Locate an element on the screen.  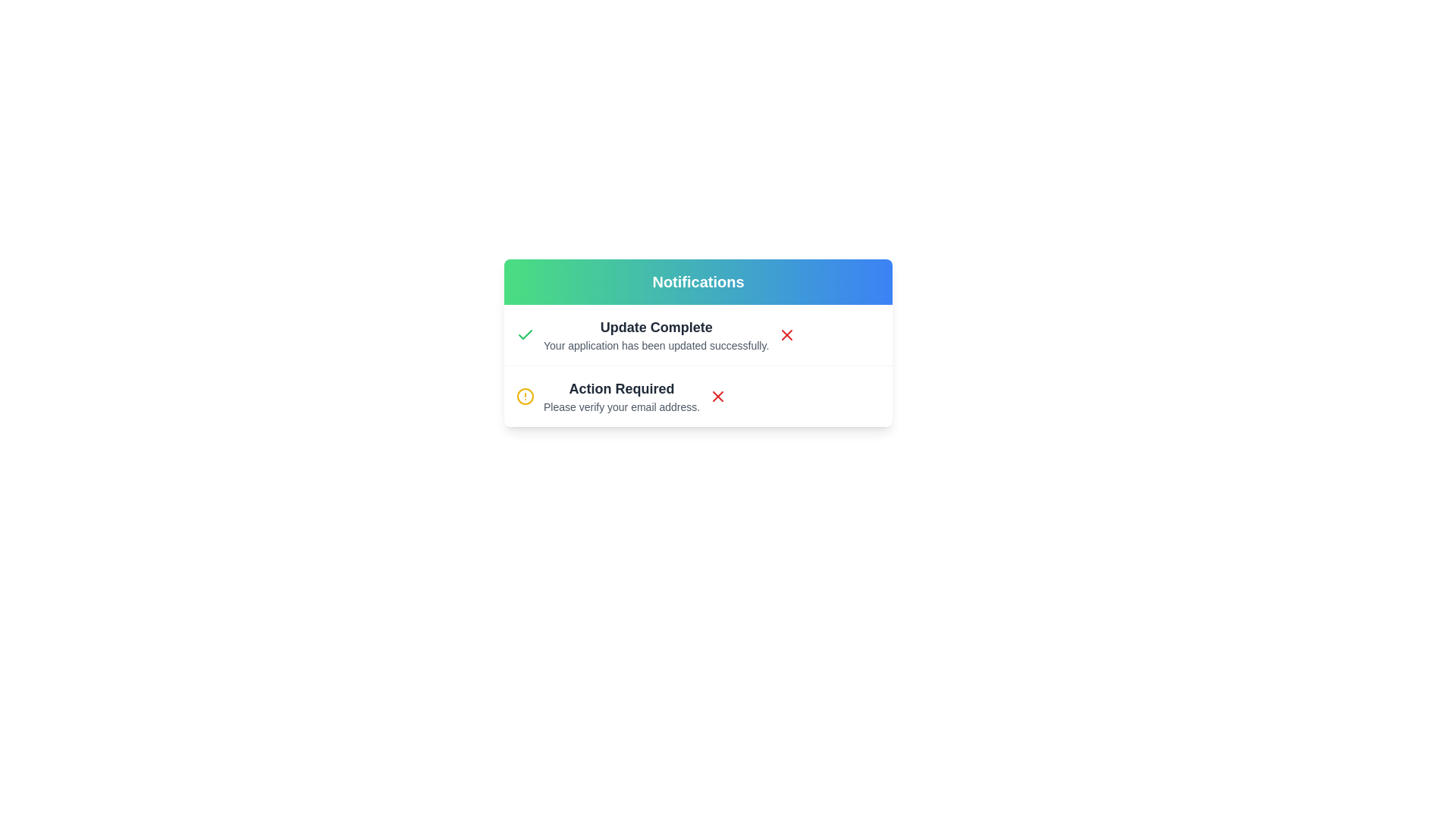
and understand the message displayed in the notification item that informs the user to verify their email address, located in the second row of the notification panel is located at coordinates (698, 395).